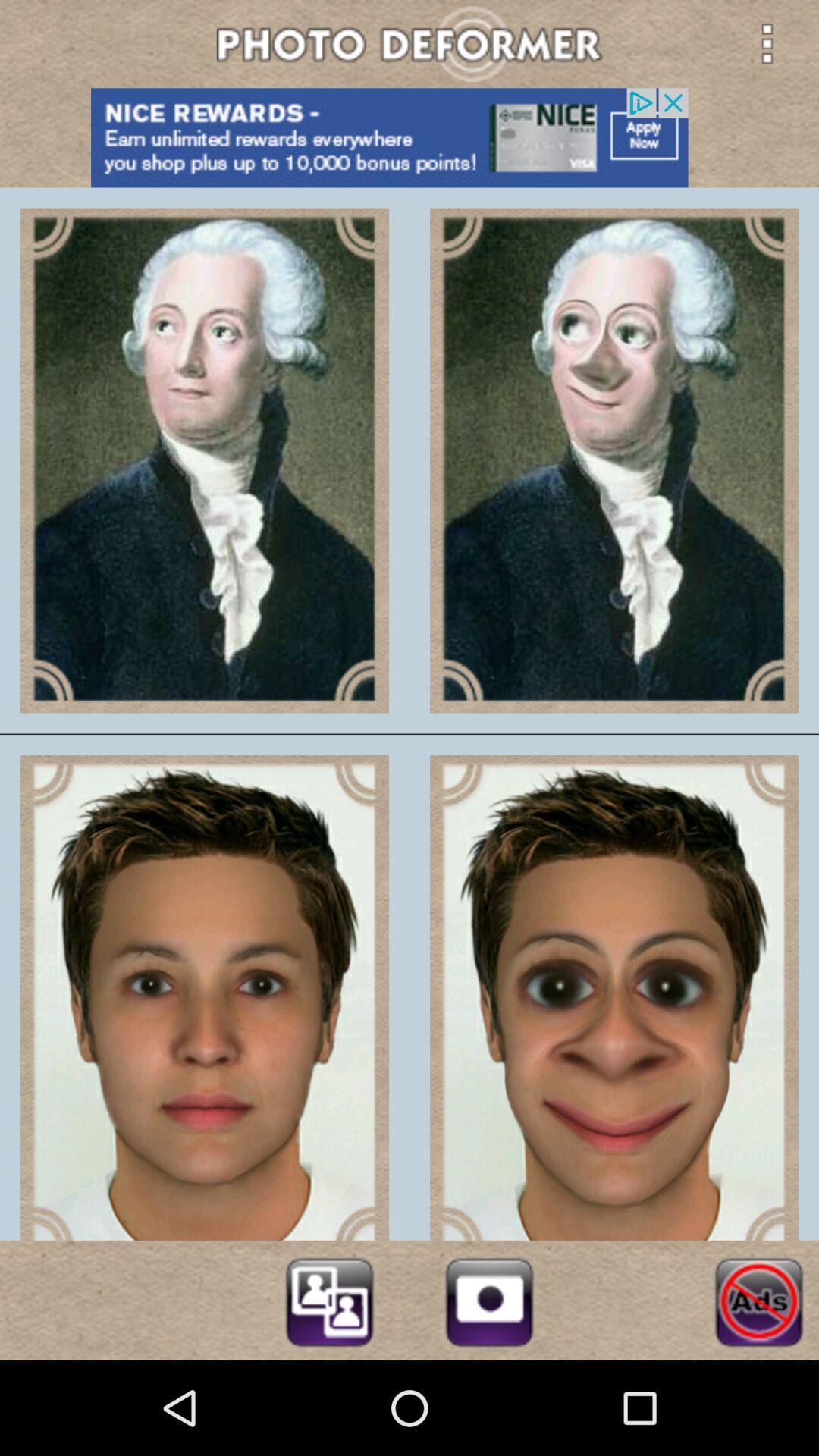  What do you see at coordinates (409, 137) in the screenshot?
I see `advertisement botton` at bounding box center [409, 137].